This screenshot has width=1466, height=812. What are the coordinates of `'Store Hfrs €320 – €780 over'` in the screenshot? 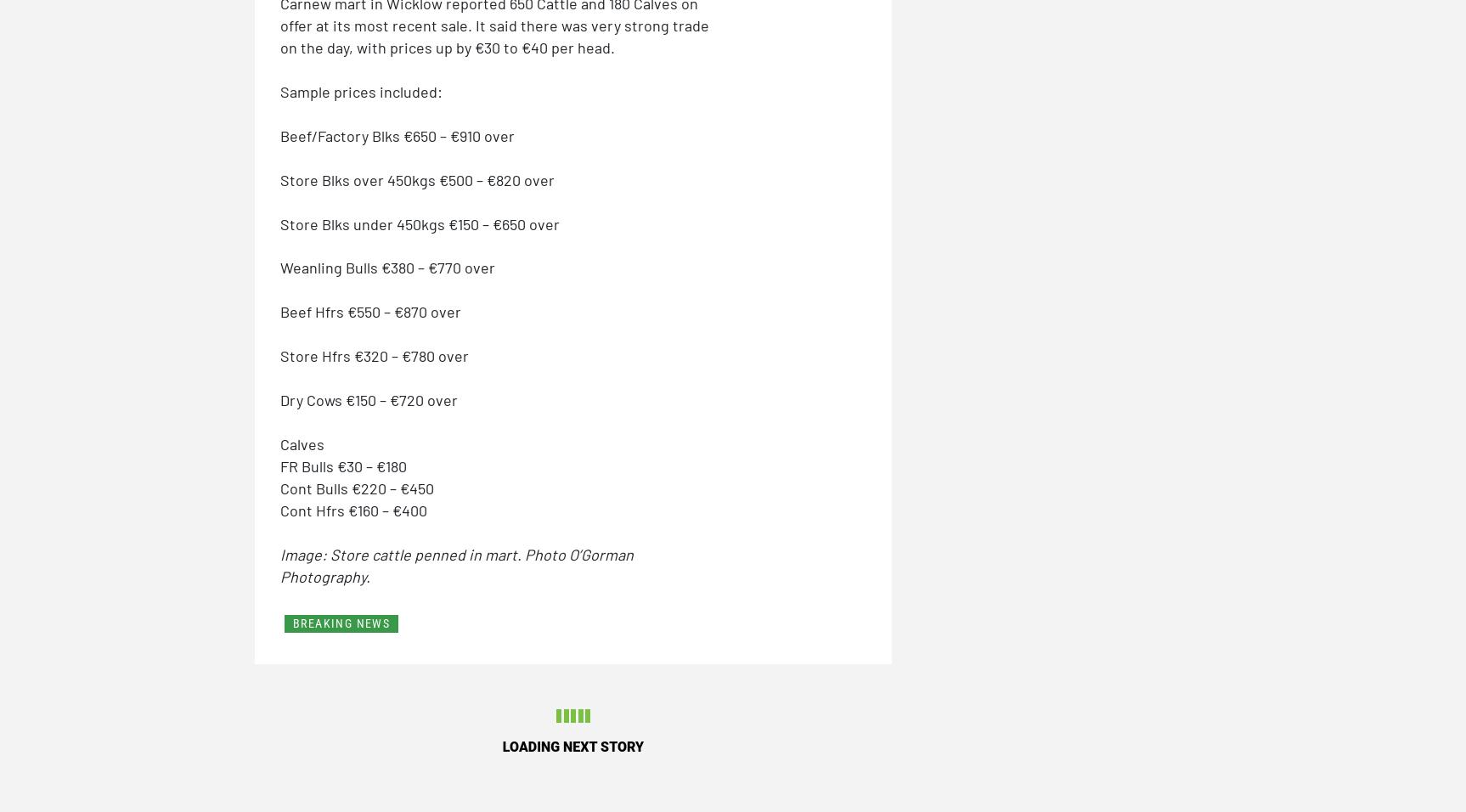 It's located at (373, 356).